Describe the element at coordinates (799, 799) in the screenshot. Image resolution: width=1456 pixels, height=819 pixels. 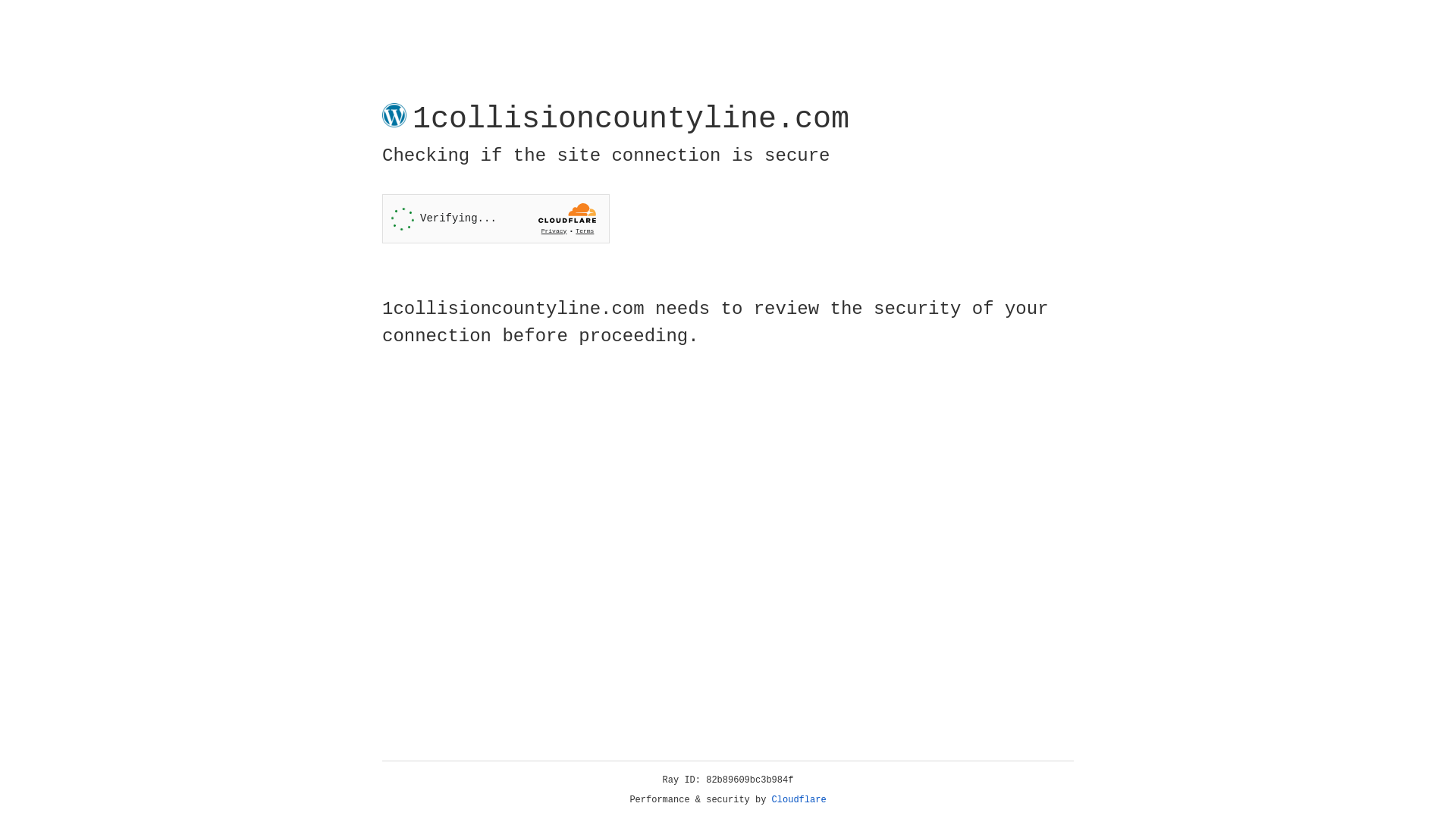
I see `'Cloudflare'` at that location.